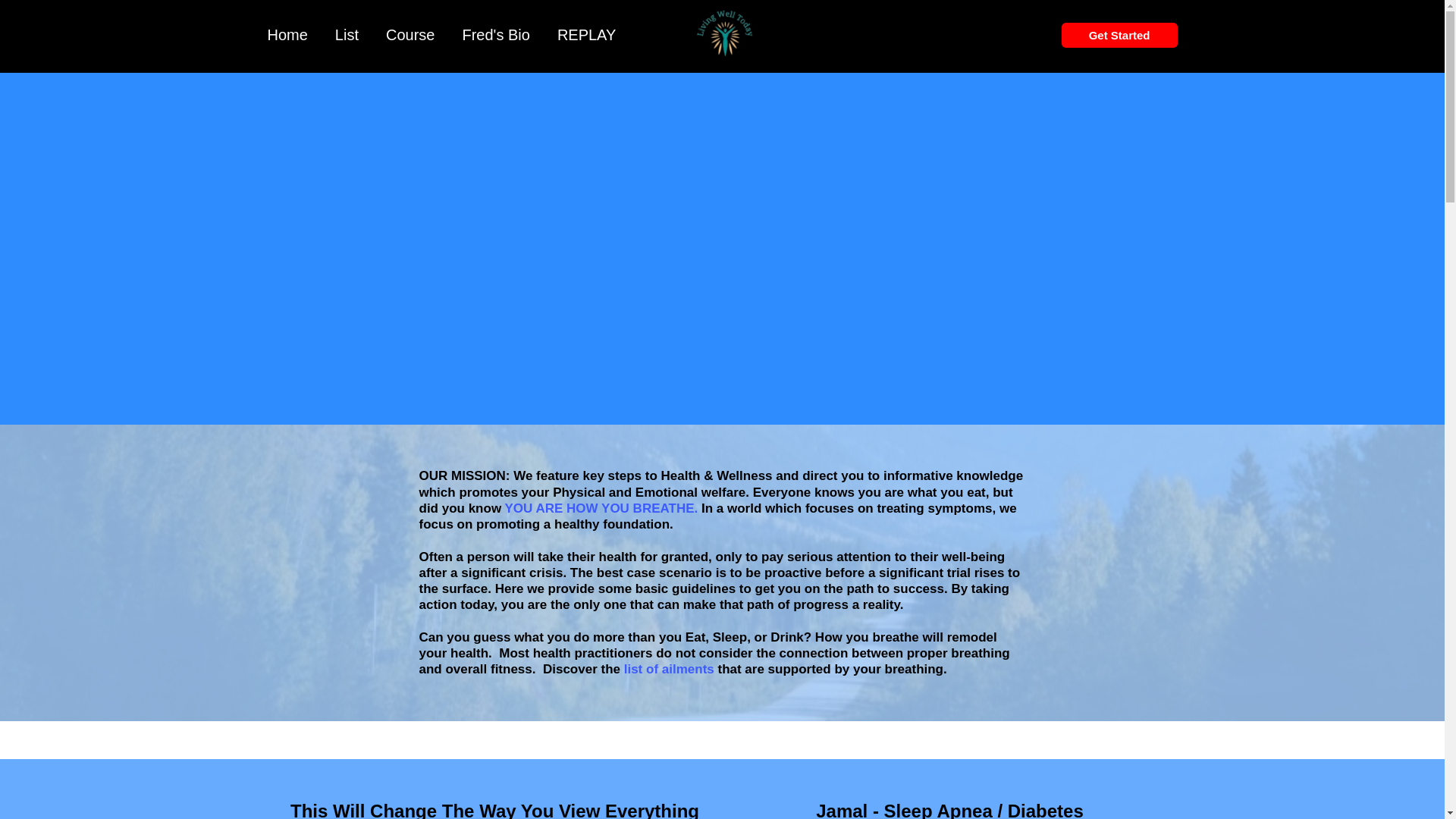 The width and height of the screenshot is (1456, 819). What do you see at coordinates (346, 34) in the screenshot?
I see `'List'` at bounding box center [346, 34].